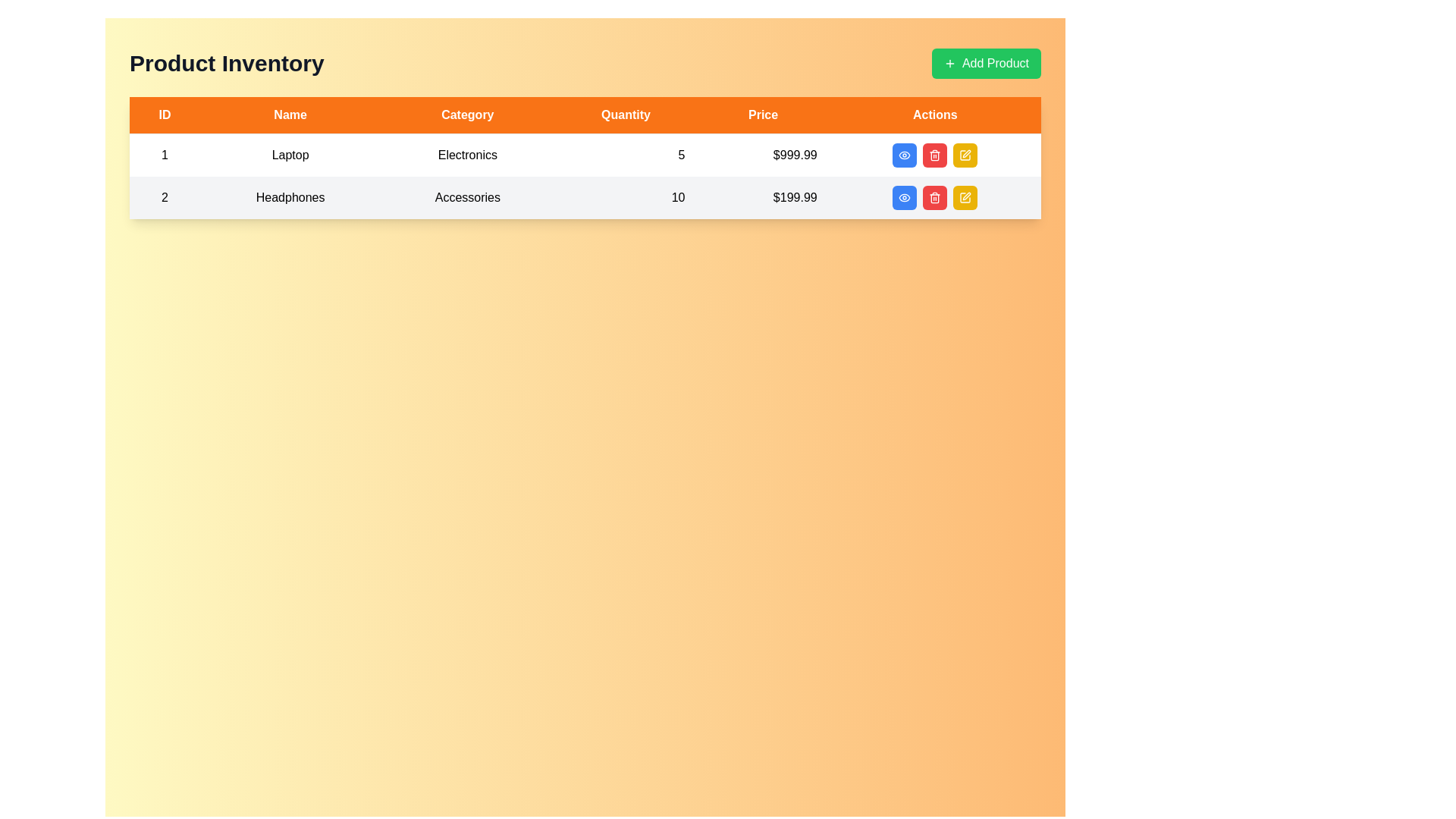 The width and height of the screenshot is (1456, 819). Describe the element at coordinates (290, 155) in the screenshot. I see `the text label displaying 'Laptop' in the 'Name' column of the table` at that location.